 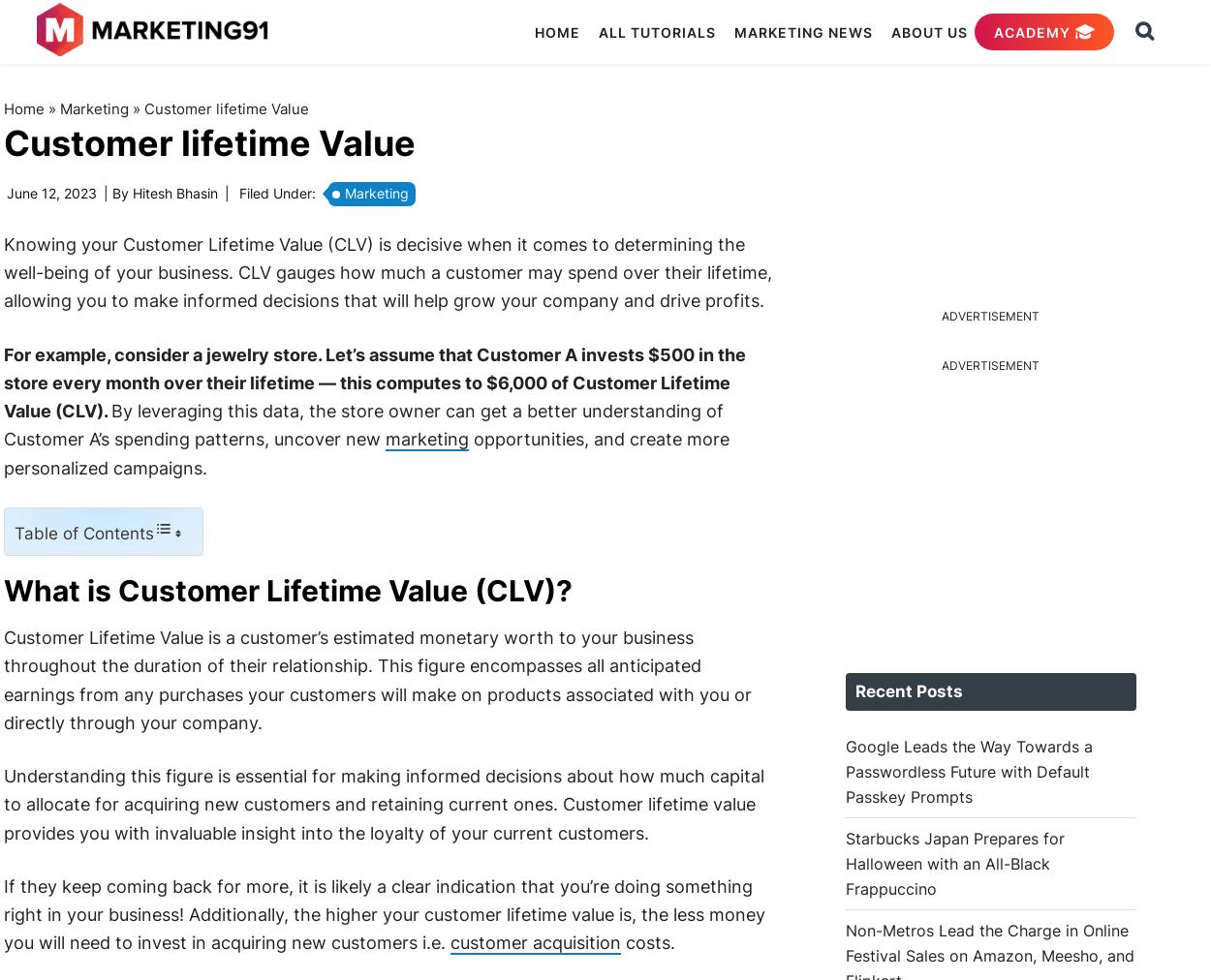 I want to click on 'If they keep coming back for more, it is likely a clear indication that you’re doing something right in your business! Additionally, the higher your customer lifetime value is, the less money you will need to invest in acquiring new customers i.e.', so click(x=384, y=913).